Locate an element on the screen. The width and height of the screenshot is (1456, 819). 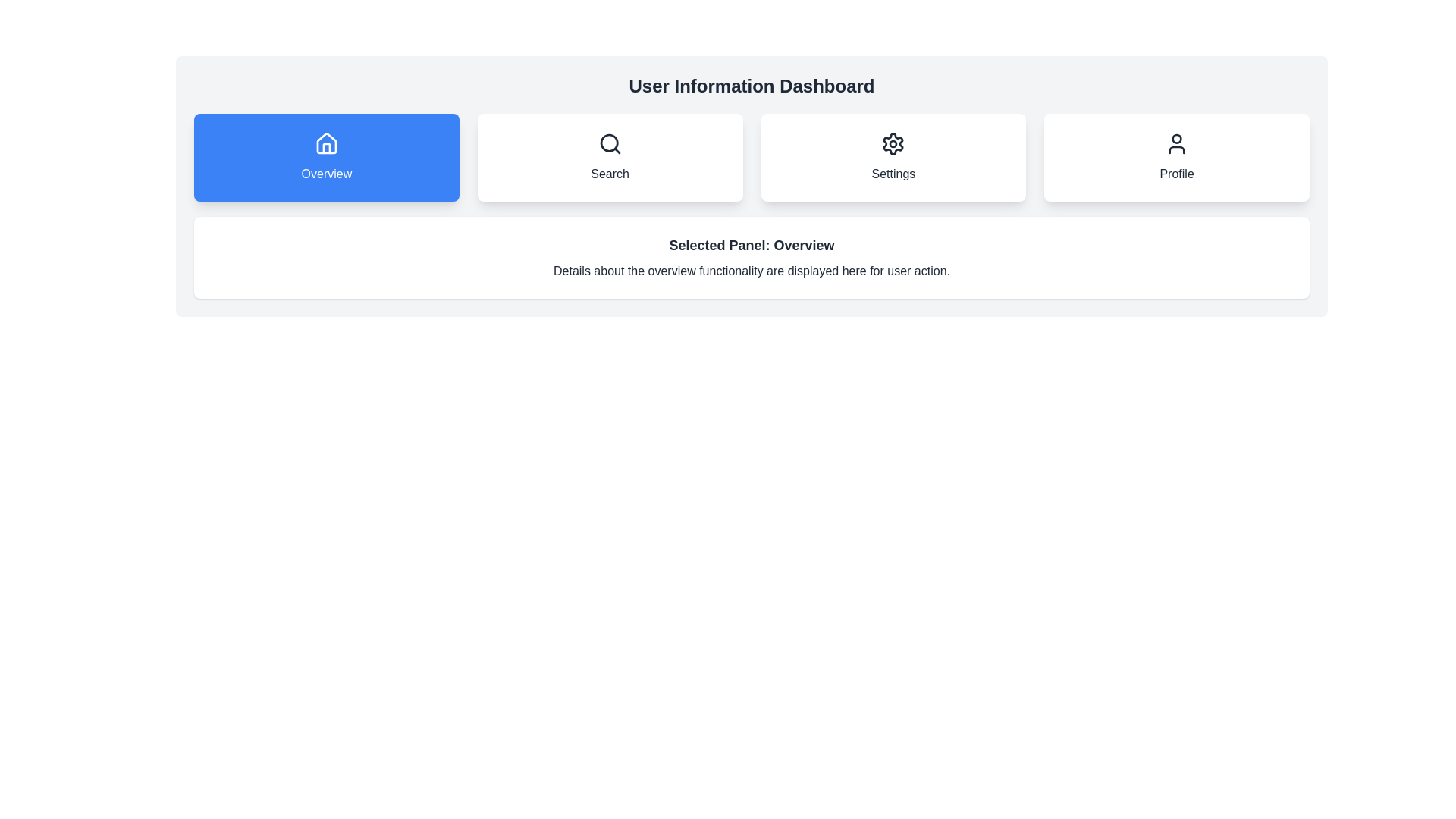
the 'Profile' icon located inside the 'Profile' card in the grid layout is located at coordinates (1176, 143).